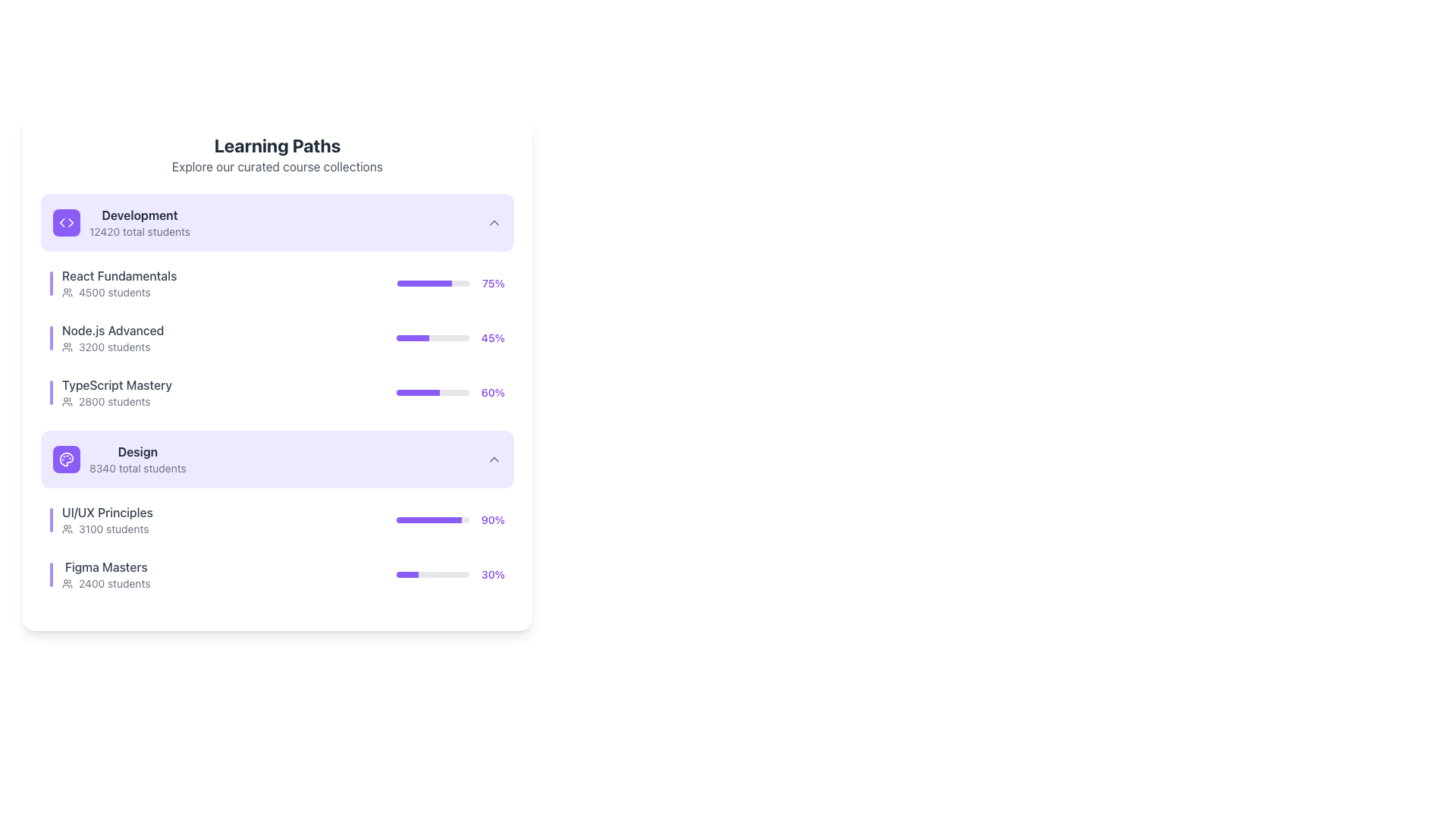 This screenshot has height=819, width=1456. I want to click on text label displaying '4500 students', which is styled in gray and positioned next to a group icon in the course information for 'React Fundamentals', so click(114, 292).